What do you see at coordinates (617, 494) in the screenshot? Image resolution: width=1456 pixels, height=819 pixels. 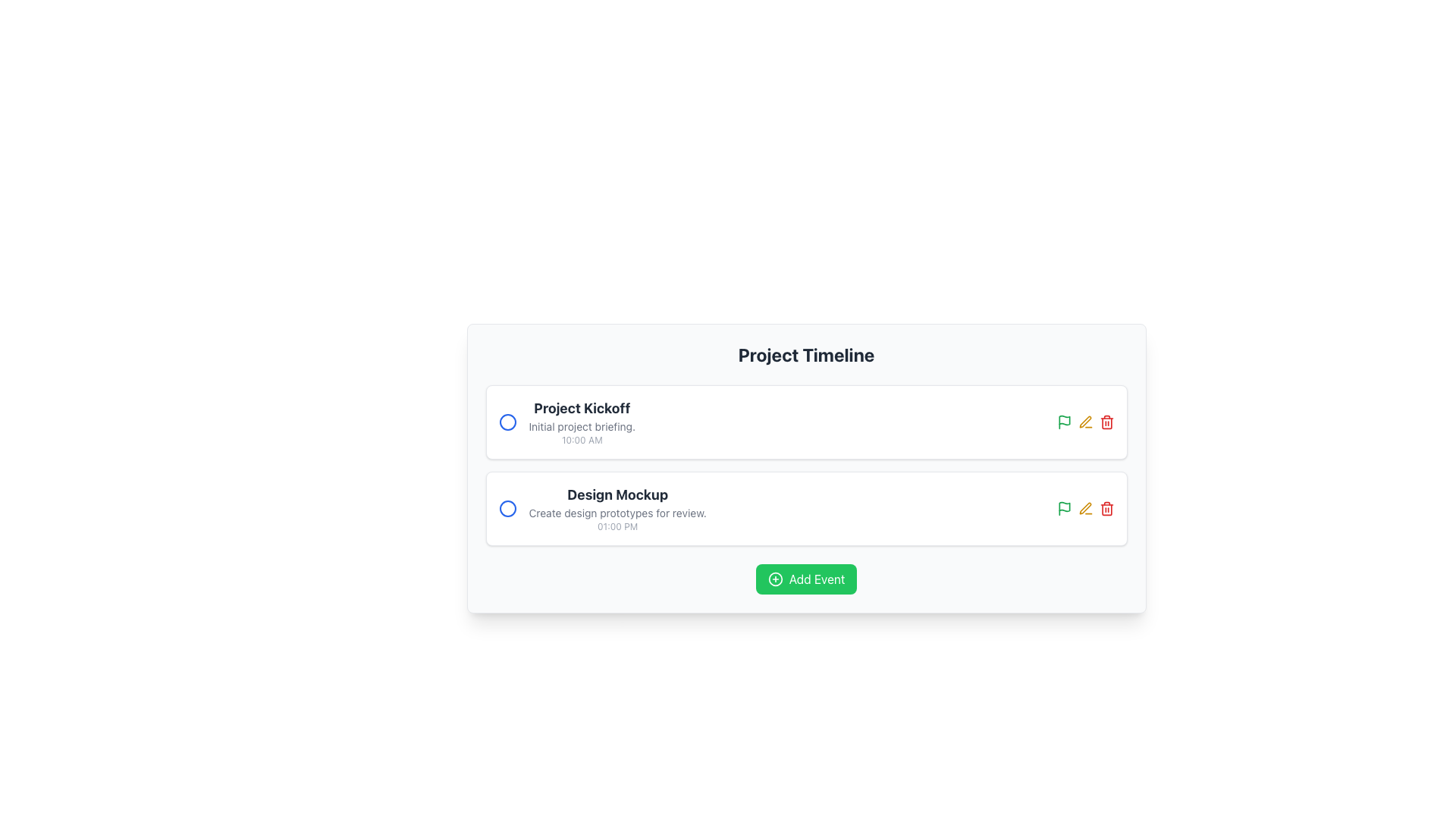 I see `text content of the title label for the event in the timeline, positioned below the 'Project Kickoff' title` at bounding box center [617, 494].